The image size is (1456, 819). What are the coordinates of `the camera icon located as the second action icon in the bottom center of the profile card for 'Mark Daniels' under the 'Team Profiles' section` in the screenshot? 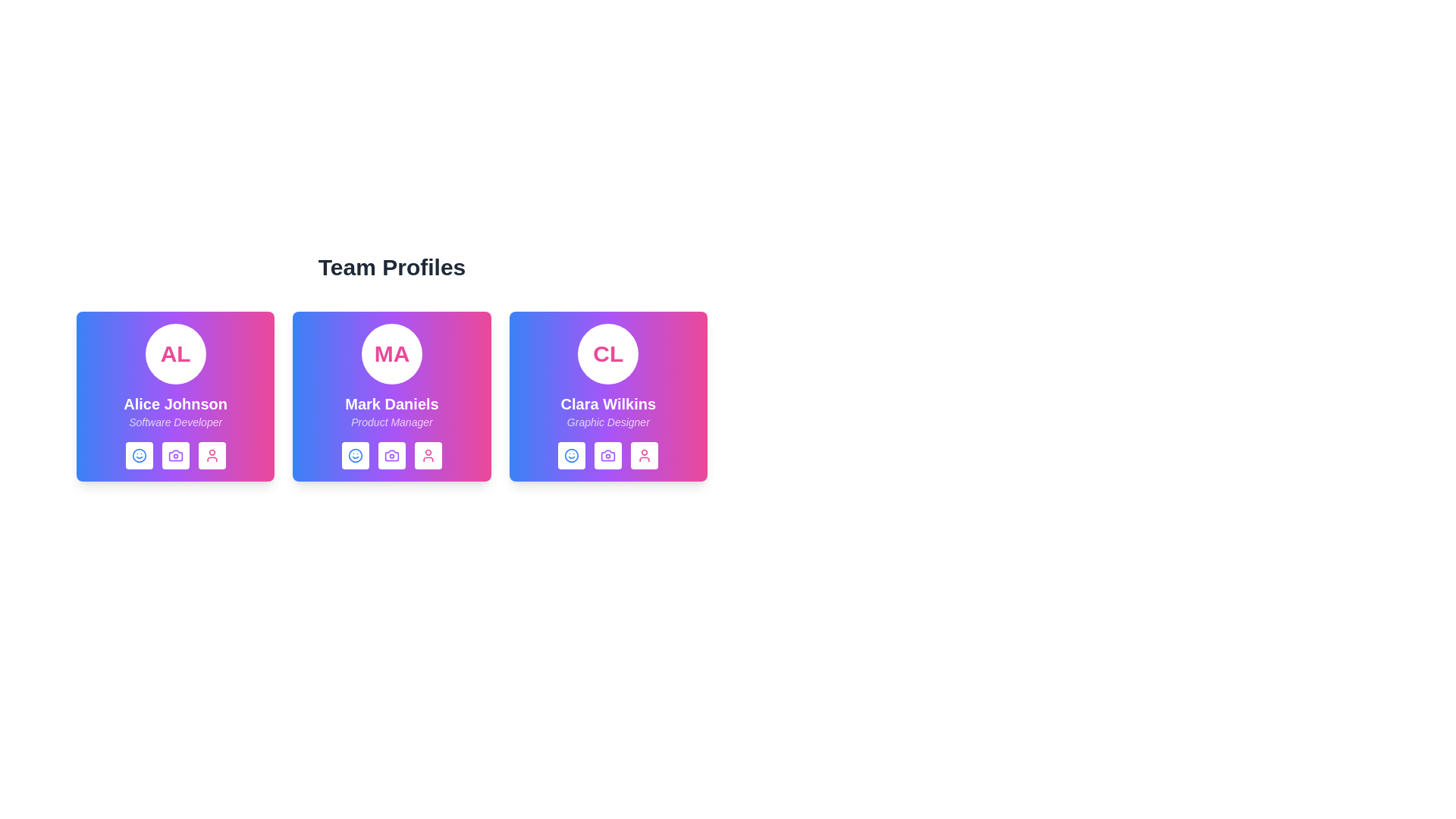 It's located at (392, 455).